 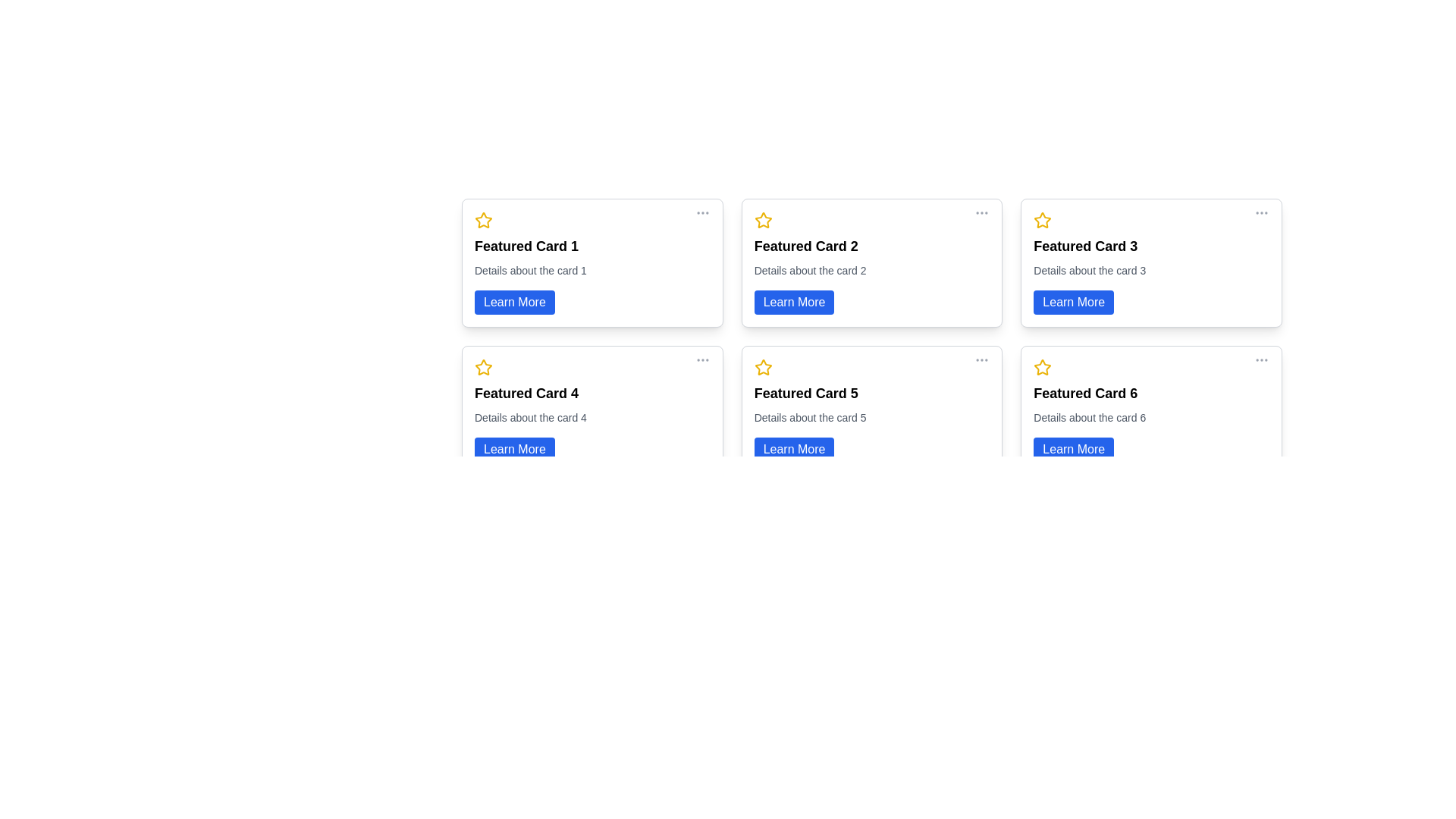 What do you see at coordinates (809, 418) in the screenshot?
I see `the static text content within the 'Featured Card 5' located in the second row, third column of the card grid, which is positioned below the title text and above the 'Learn More' button` at bounding box center [809, 418].